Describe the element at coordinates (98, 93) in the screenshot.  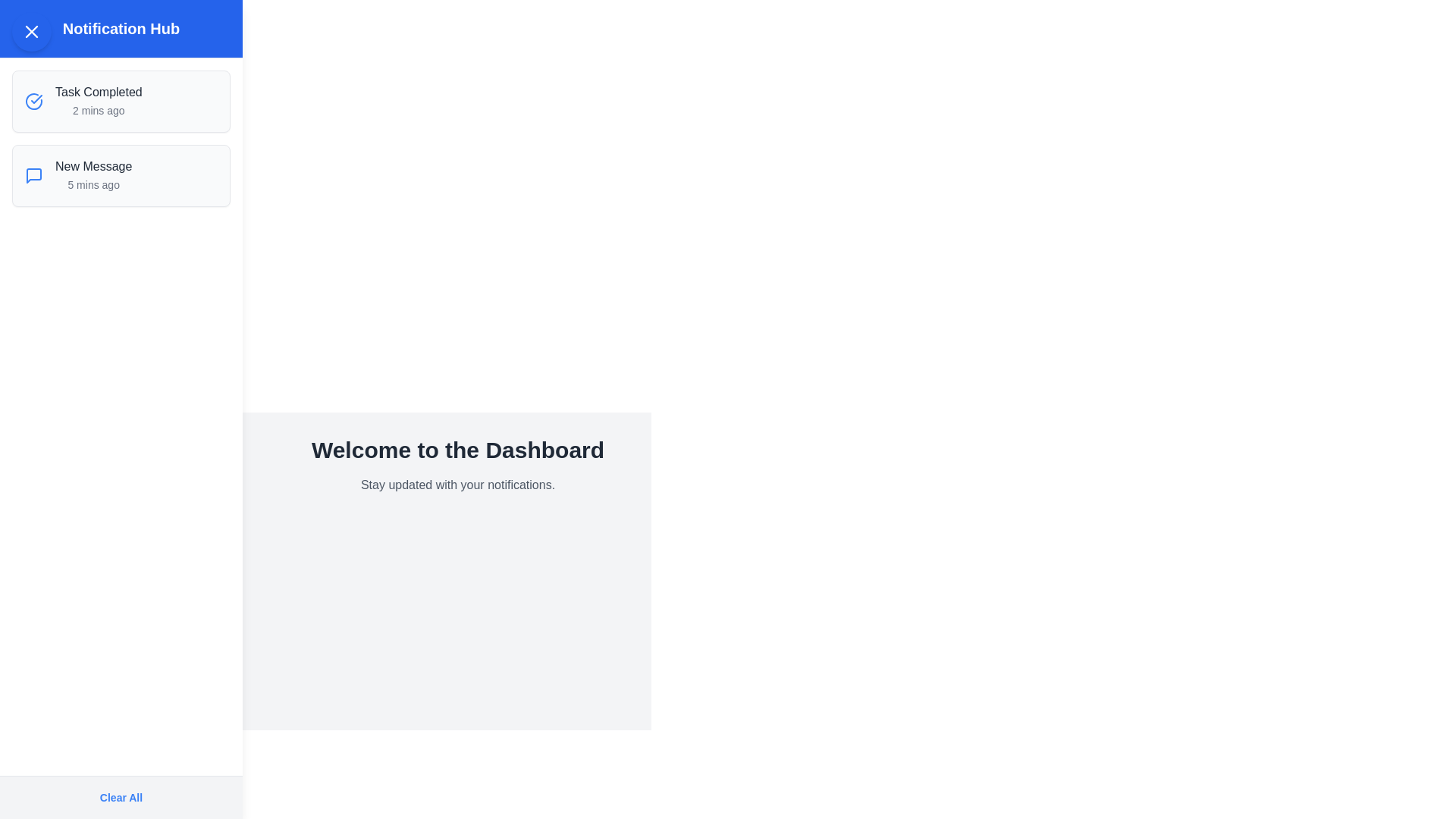
I see `text content of the notification title label indicating task completion, which is located at the top of the Notification Hub sidebar` at that location.